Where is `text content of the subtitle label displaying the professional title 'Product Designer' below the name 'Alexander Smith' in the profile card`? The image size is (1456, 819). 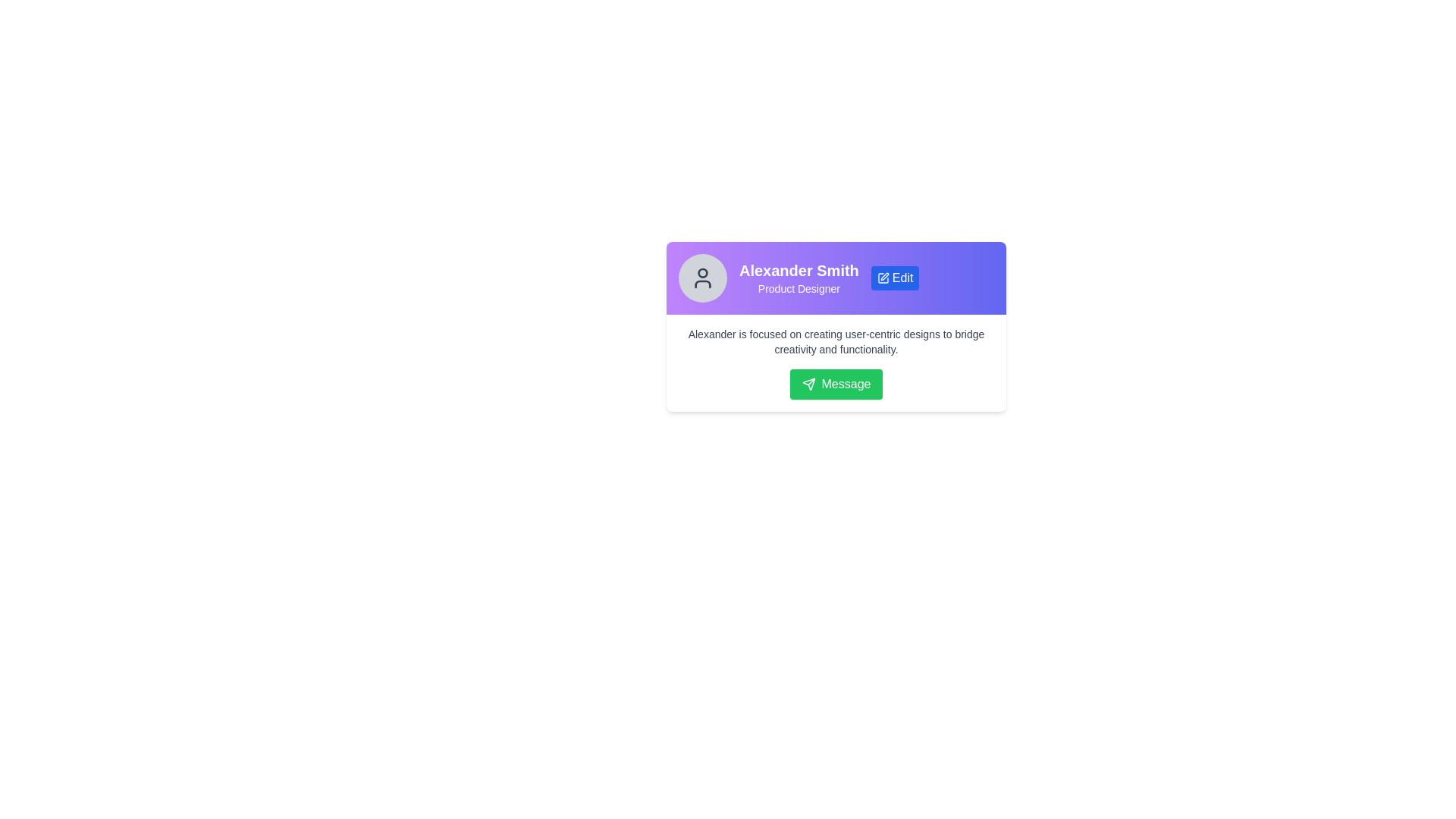
text content of the subtitle label displaying the professional title 'Product Designer' below the name 'Alexander Smith' in the profile card is located at coordinates (798, 289).